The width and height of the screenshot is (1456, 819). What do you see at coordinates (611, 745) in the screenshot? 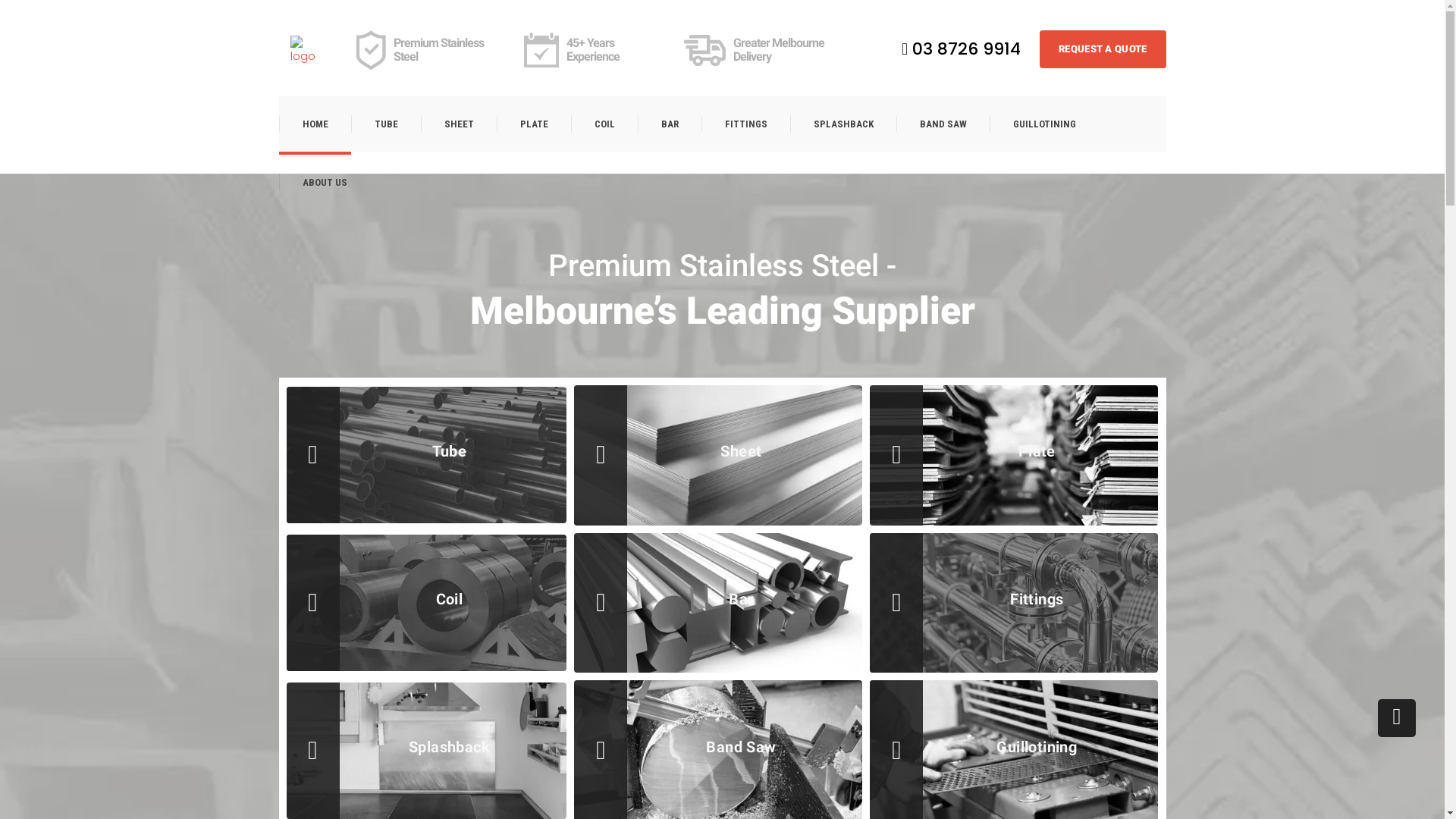
I see `'Band Saw'` at bounding box center [611, 745].